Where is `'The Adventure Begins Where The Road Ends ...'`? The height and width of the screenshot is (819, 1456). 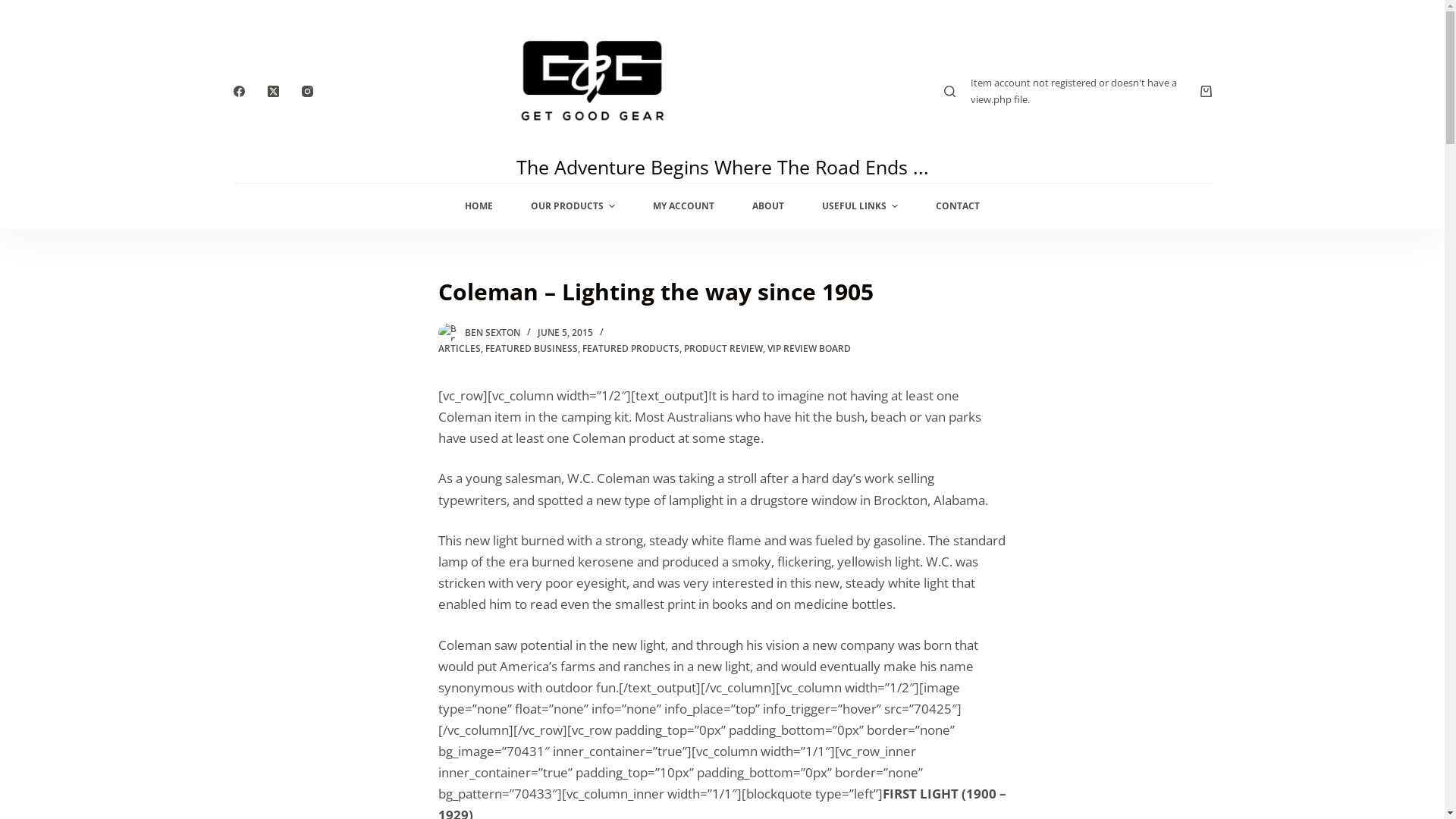
'The Adventure Begins Where The Road Ends ...' is located at coordinates (720, 166).